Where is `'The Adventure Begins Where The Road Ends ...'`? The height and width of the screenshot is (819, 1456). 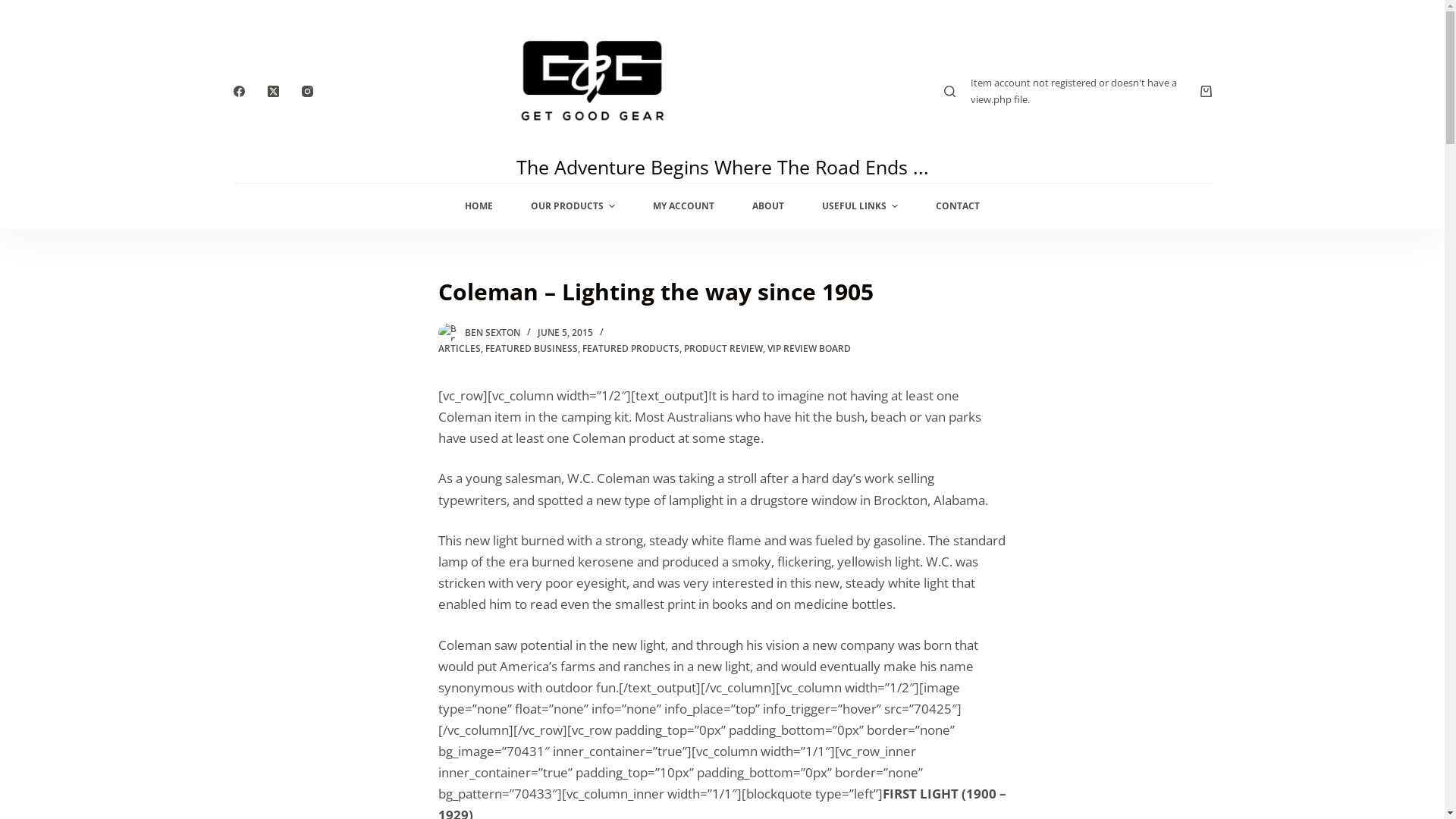
'The Adventure Begins Where The Road Ends ...' is located at coordinates (720, 166).